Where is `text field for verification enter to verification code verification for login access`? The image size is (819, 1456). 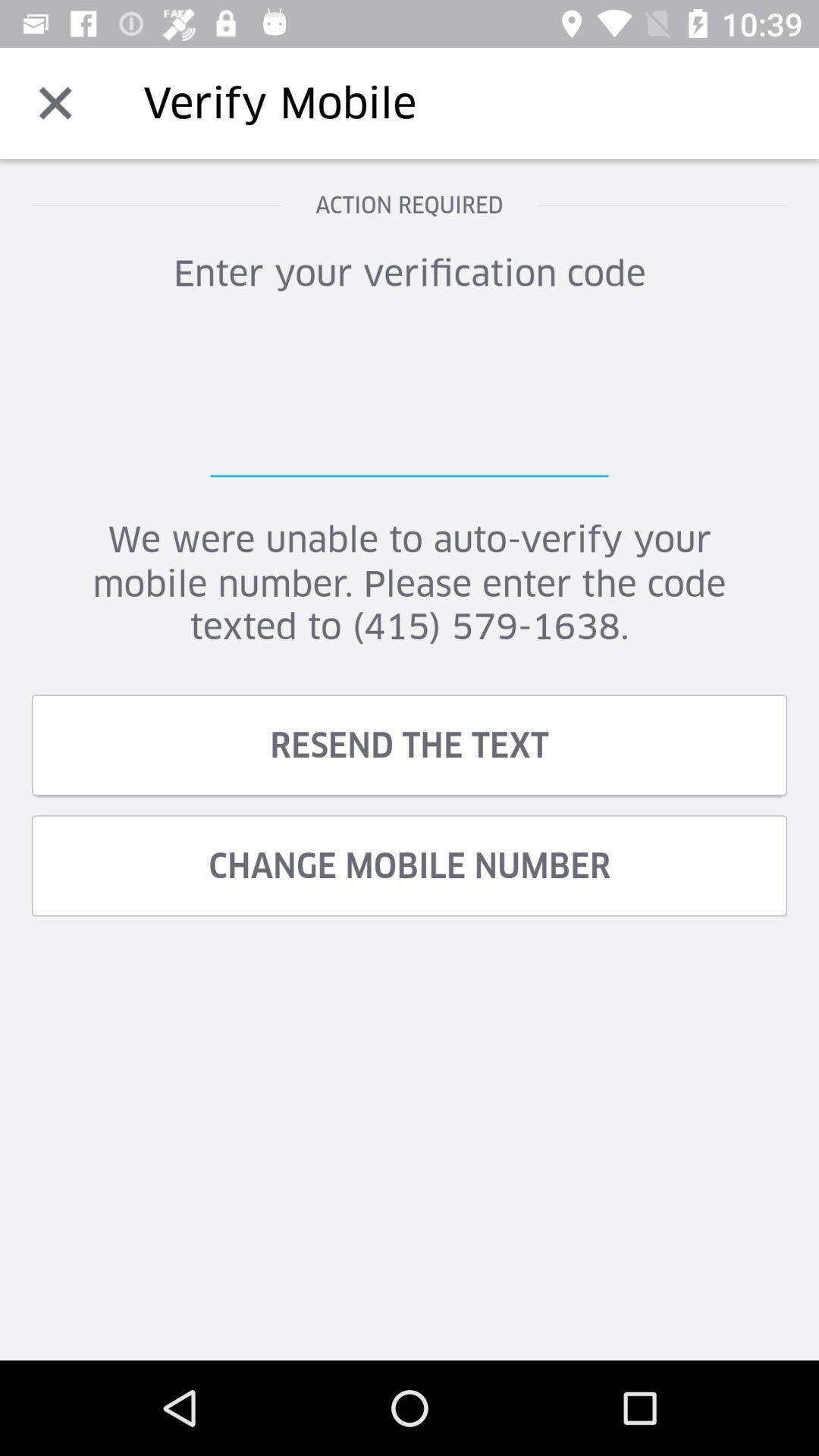
text field for verification enter to verification code verification for login access is located at coordinates (409, 401).